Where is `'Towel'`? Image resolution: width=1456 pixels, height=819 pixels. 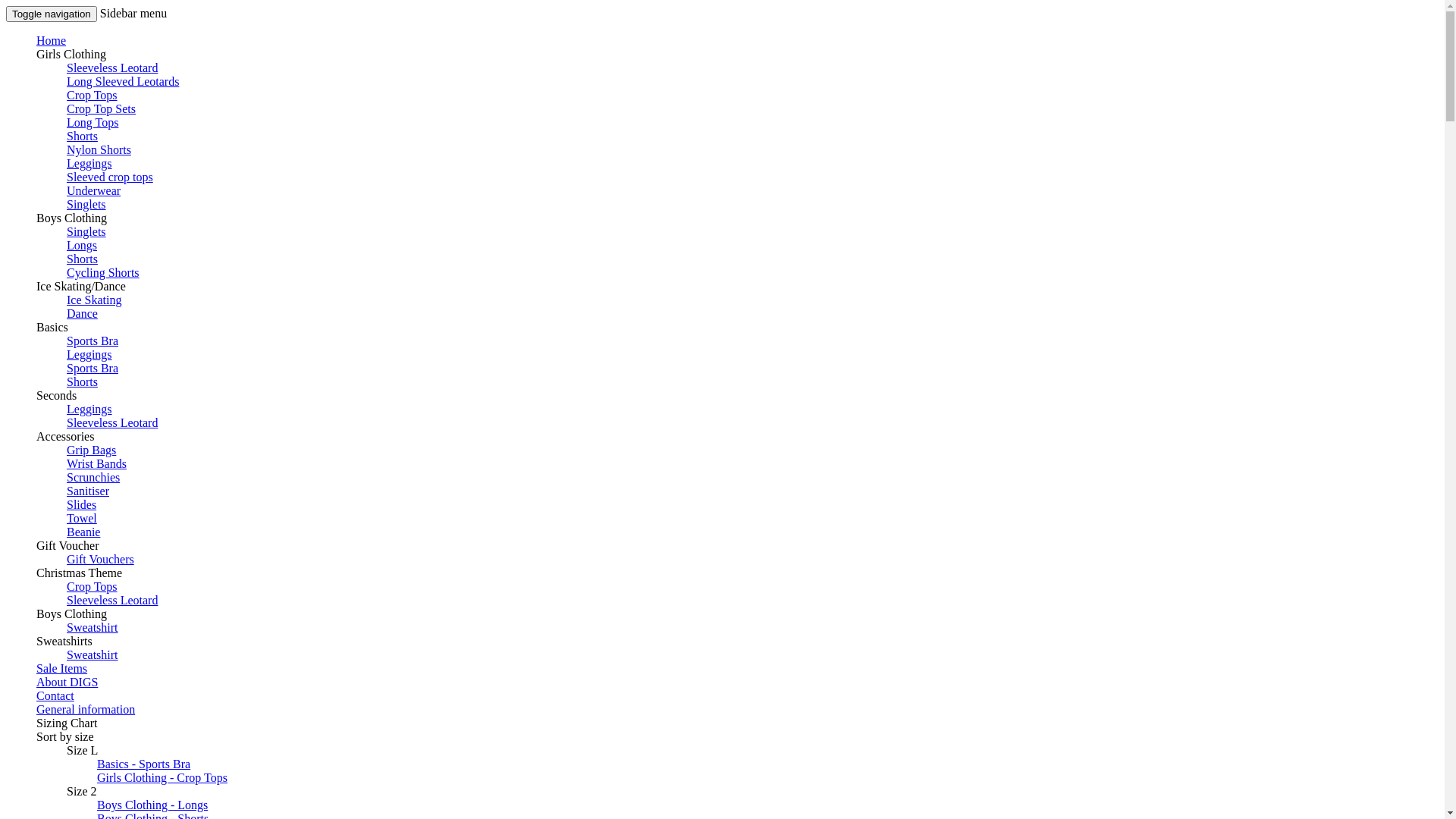 'Towel' is located at coordinates (65, 517).